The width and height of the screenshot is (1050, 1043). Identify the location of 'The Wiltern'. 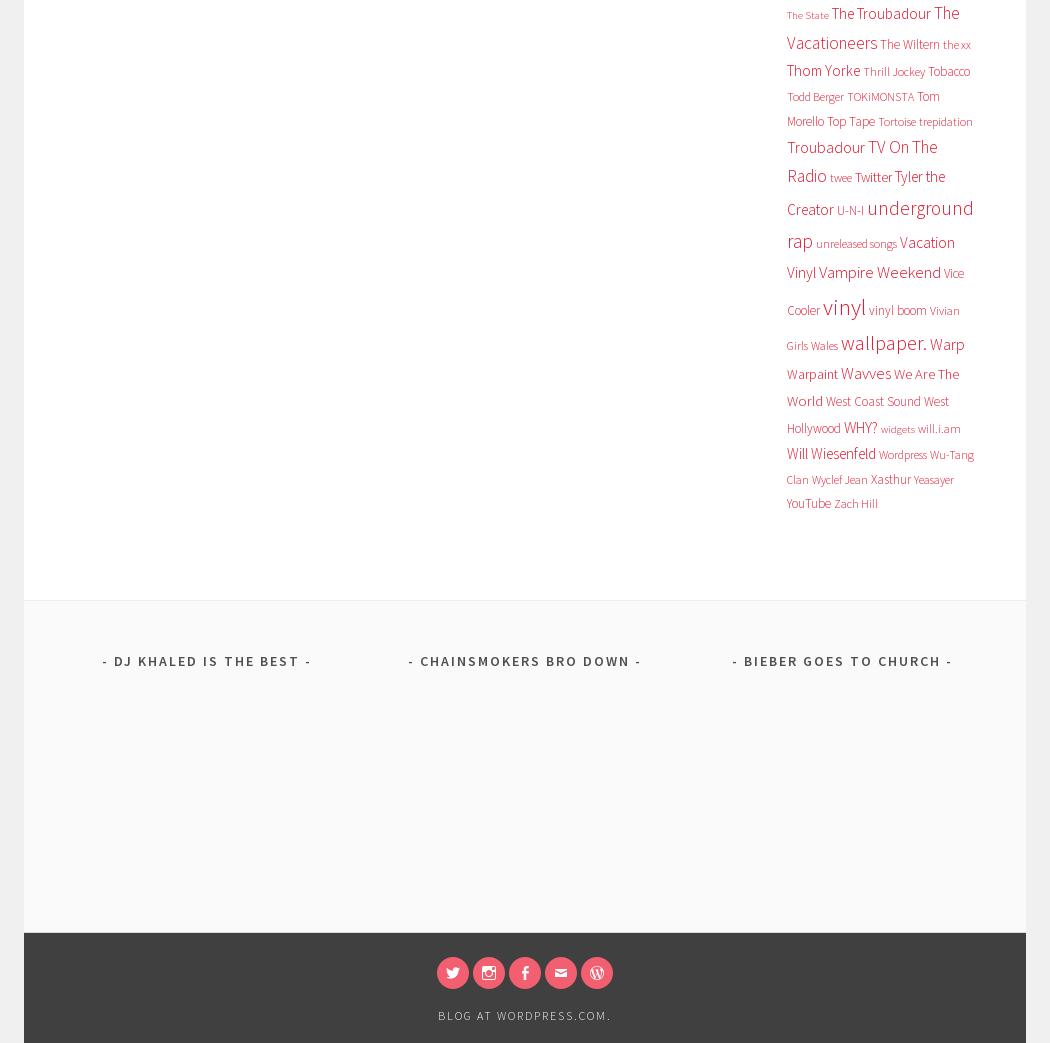
(908, 42).